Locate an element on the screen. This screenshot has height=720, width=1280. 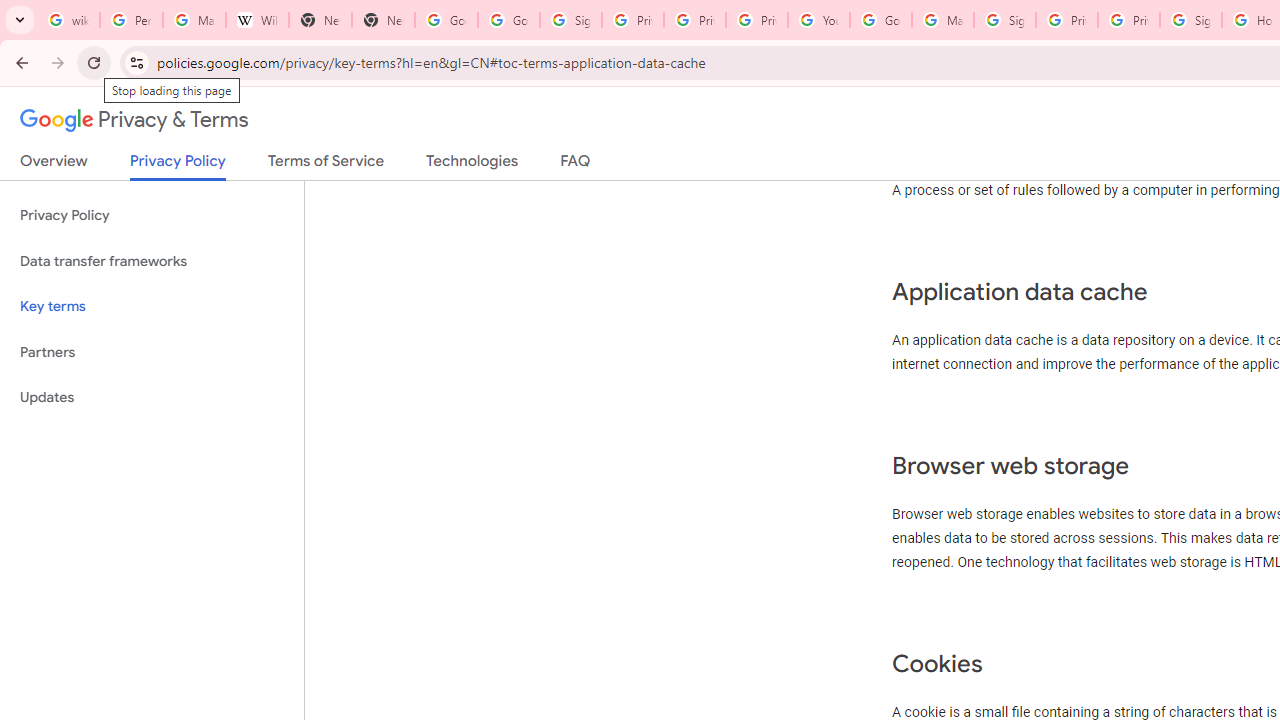
'Manage your Location History - Google Search Help' is located at coordinates (194, 20).